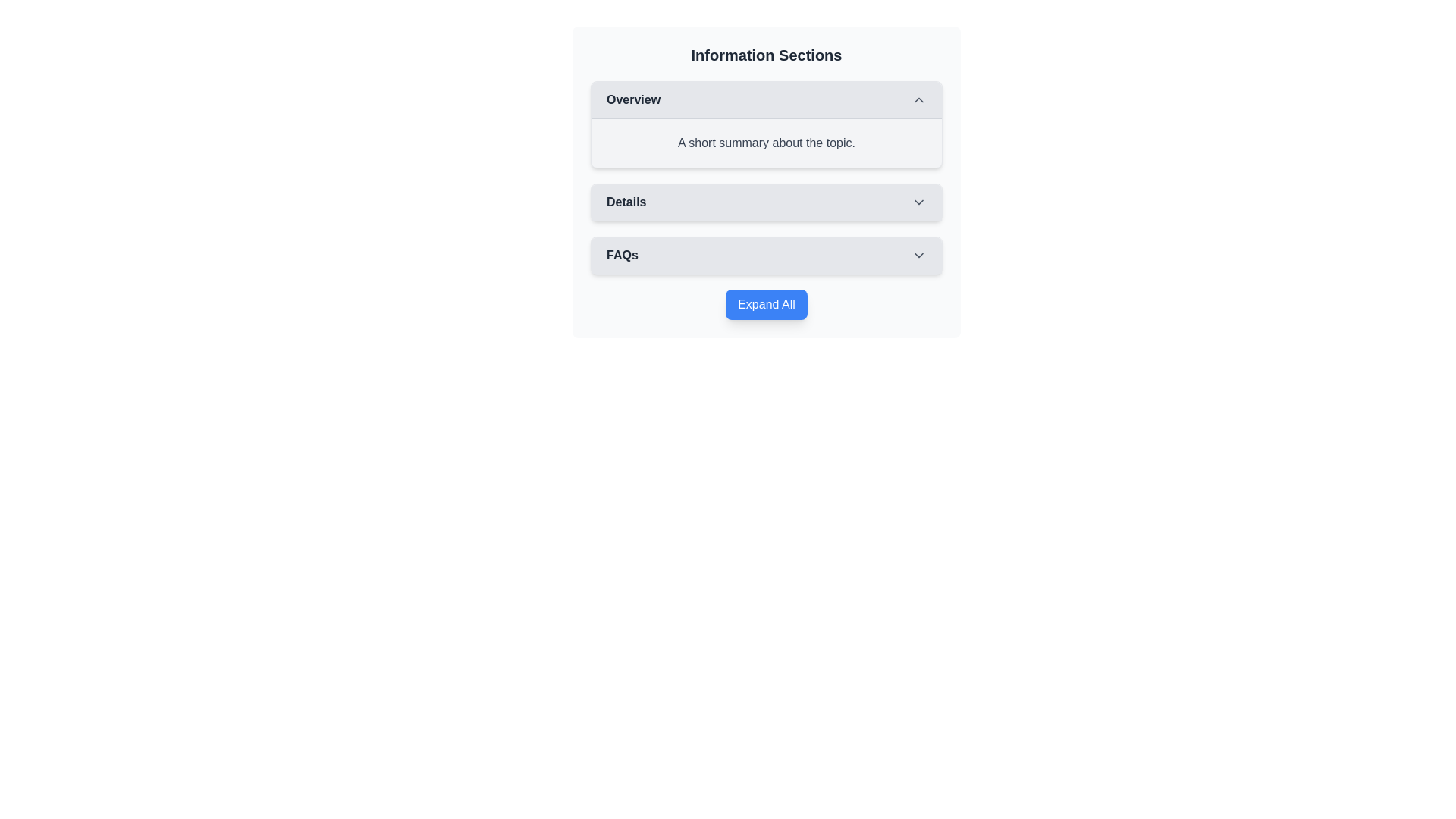  Describe the element at coordinates (767, 143) in the screenshot. I see `the Text Block displaying 'A short summary about the topic.' located in the 'Overview' section, directly below the header 'Overview.'` at that location.